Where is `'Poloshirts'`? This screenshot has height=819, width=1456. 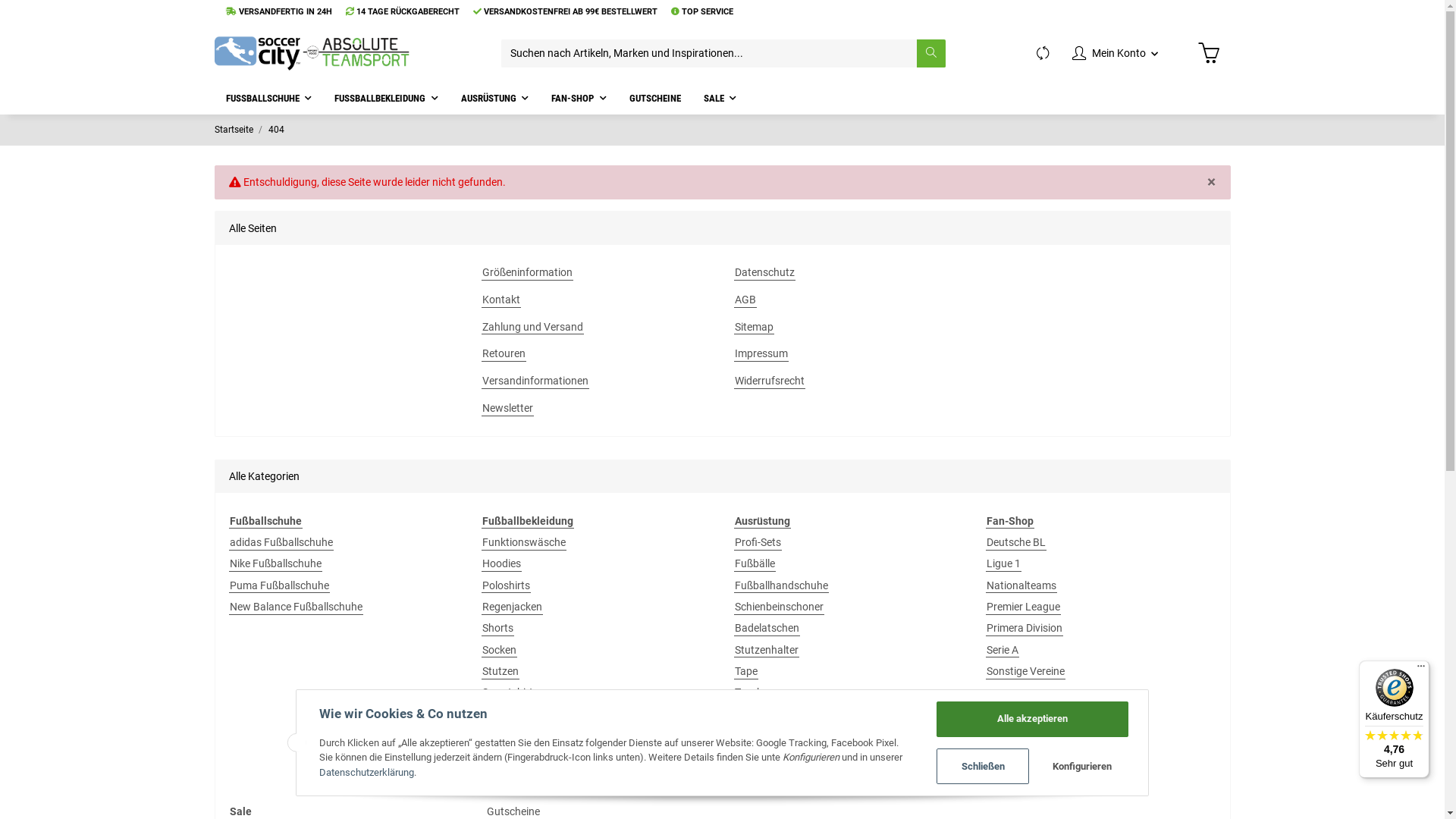
'Poloshirts' is located at coordinates (506, 585).